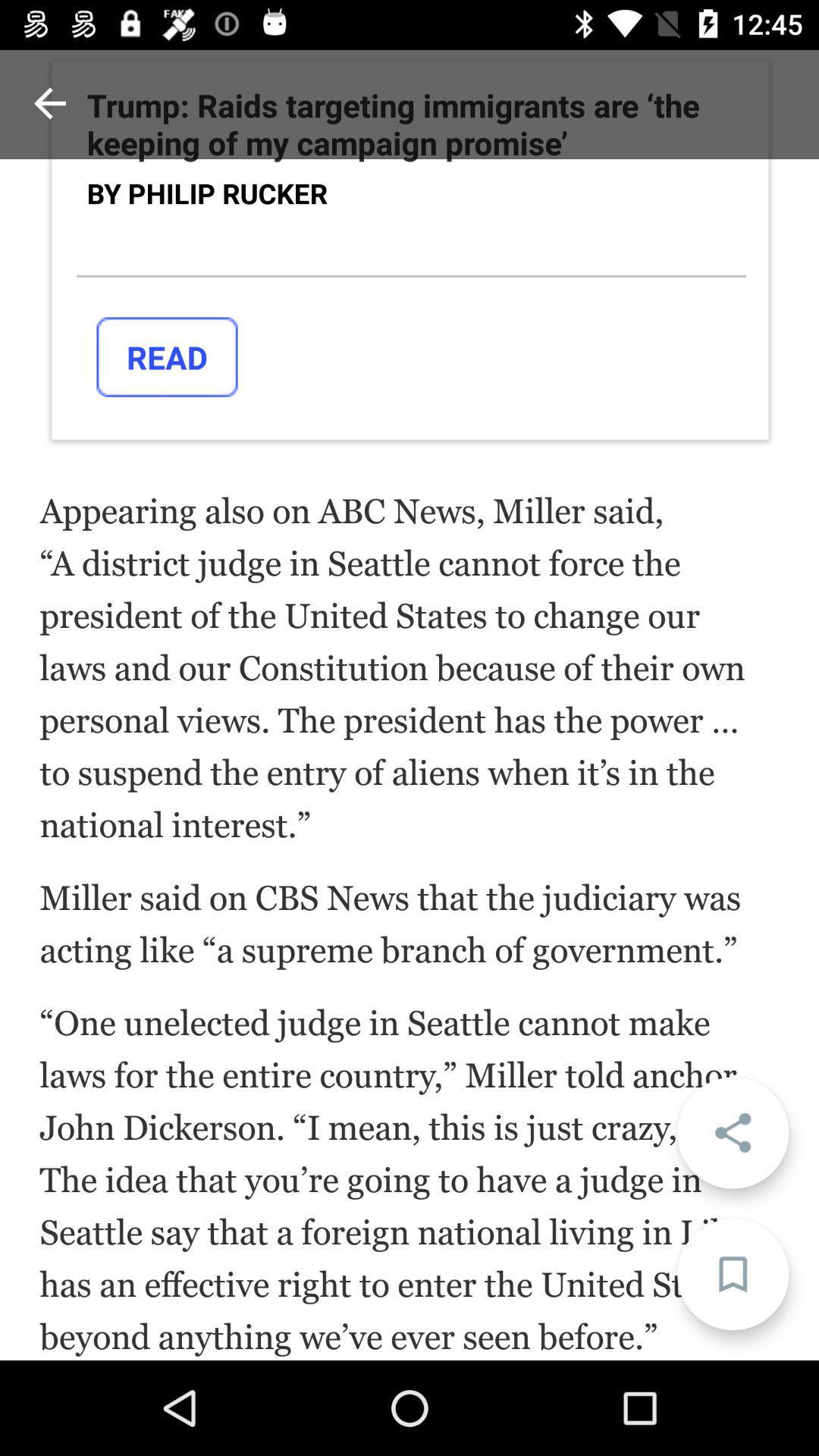 The height and width of the screenshot is (1456, 819). I want to click on the bookmark icon, so click(732, 1274).